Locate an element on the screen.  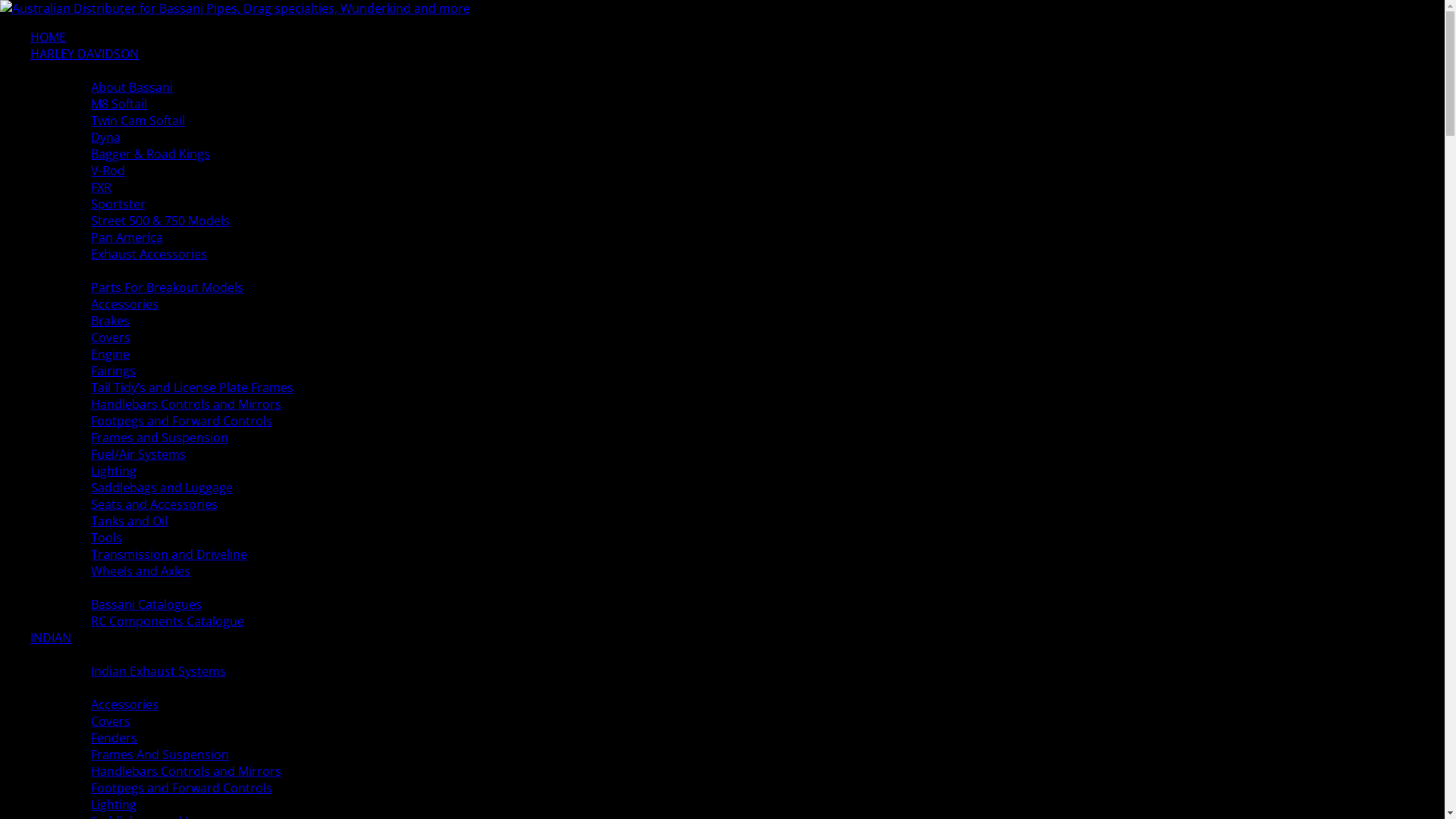
'Dyna' is located at coordinates (105, 137).